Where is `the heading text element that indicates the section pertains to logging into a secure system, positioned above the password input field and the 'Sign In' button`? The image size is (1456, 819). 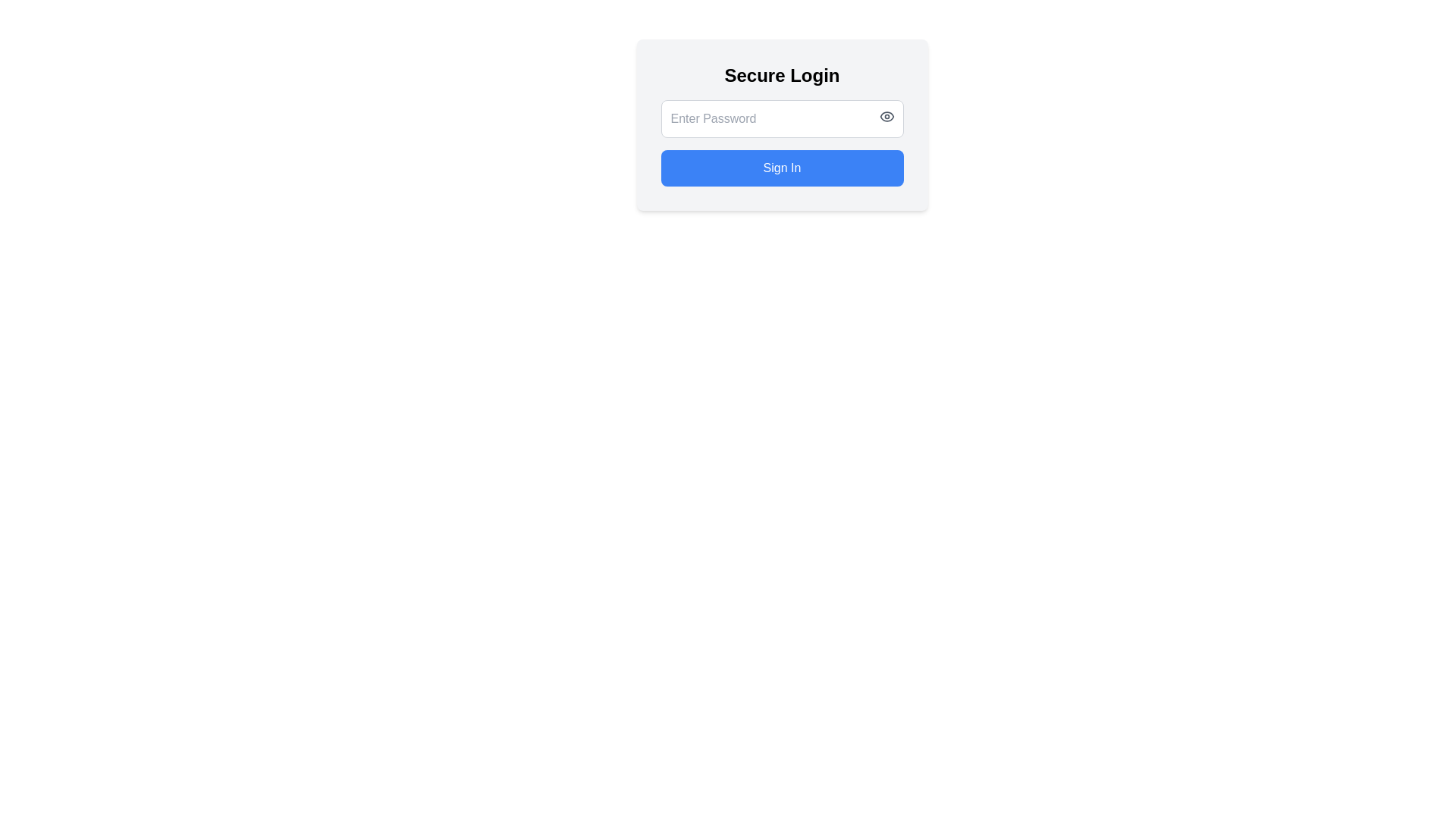
the heading text element that indicates the section pertains to logging into a secure system, positioned above the password input field and the 'Sign In' button is located at coordinates (782, 76).